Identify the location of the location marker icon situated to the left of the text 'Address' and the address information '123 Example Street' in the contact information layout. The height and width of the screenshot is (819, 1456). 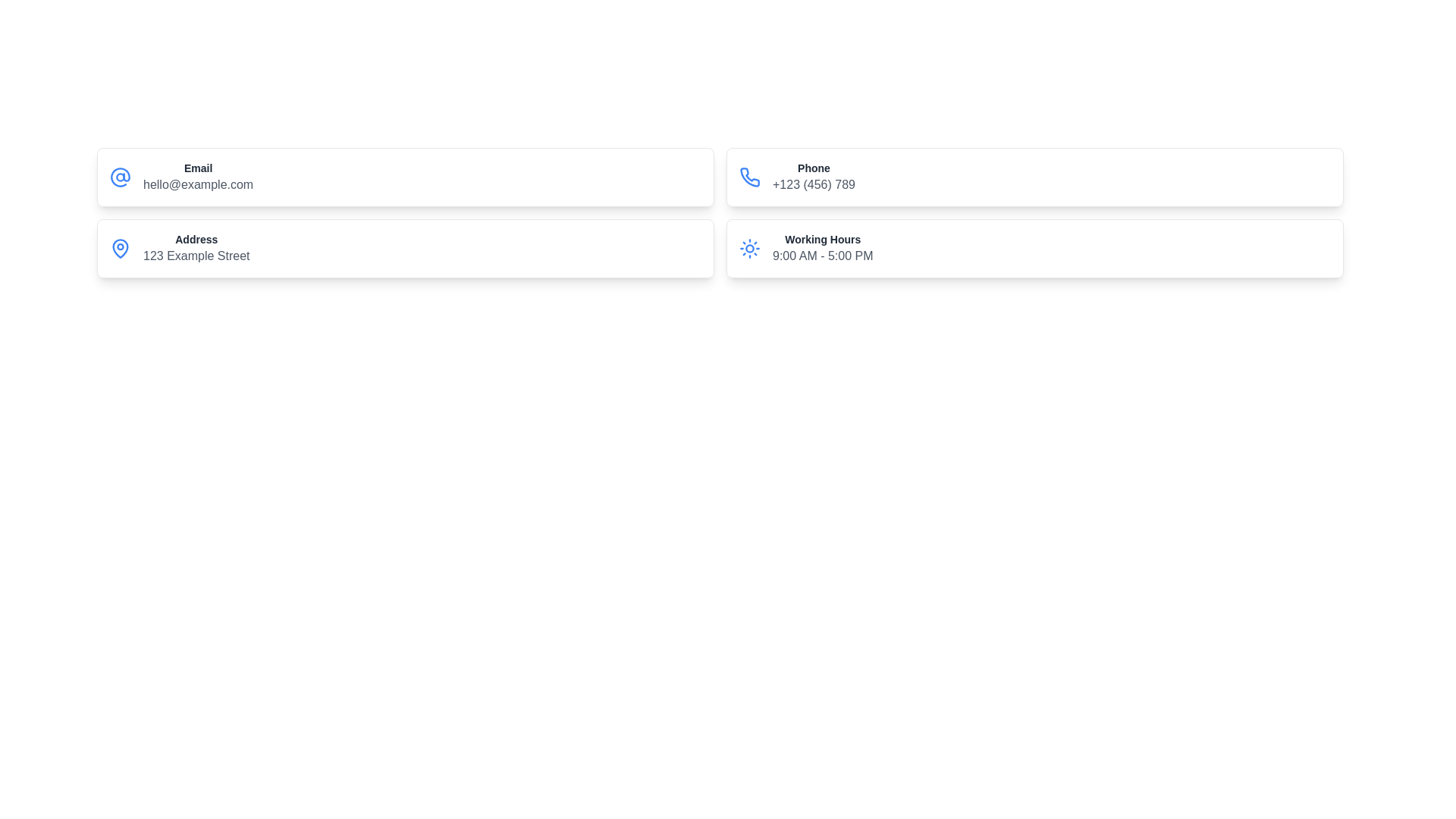
(119, 247).